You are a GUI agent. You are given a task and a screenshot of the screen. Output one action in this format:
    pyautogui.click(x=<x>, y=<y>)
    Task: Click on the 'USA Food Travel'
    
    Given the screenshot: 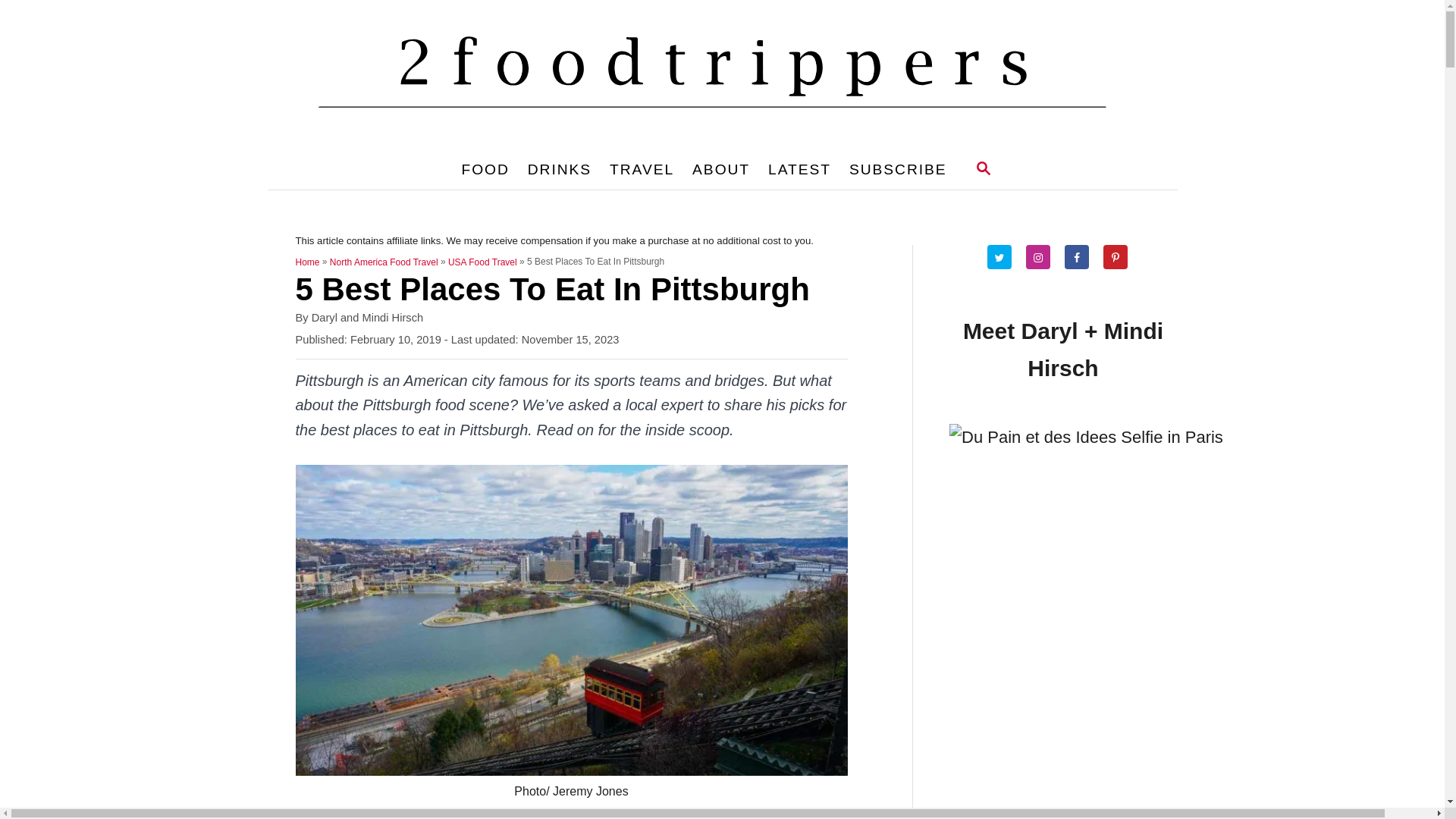 What is the action you would take?
    pyautogui.click(x=482, y=262)
    